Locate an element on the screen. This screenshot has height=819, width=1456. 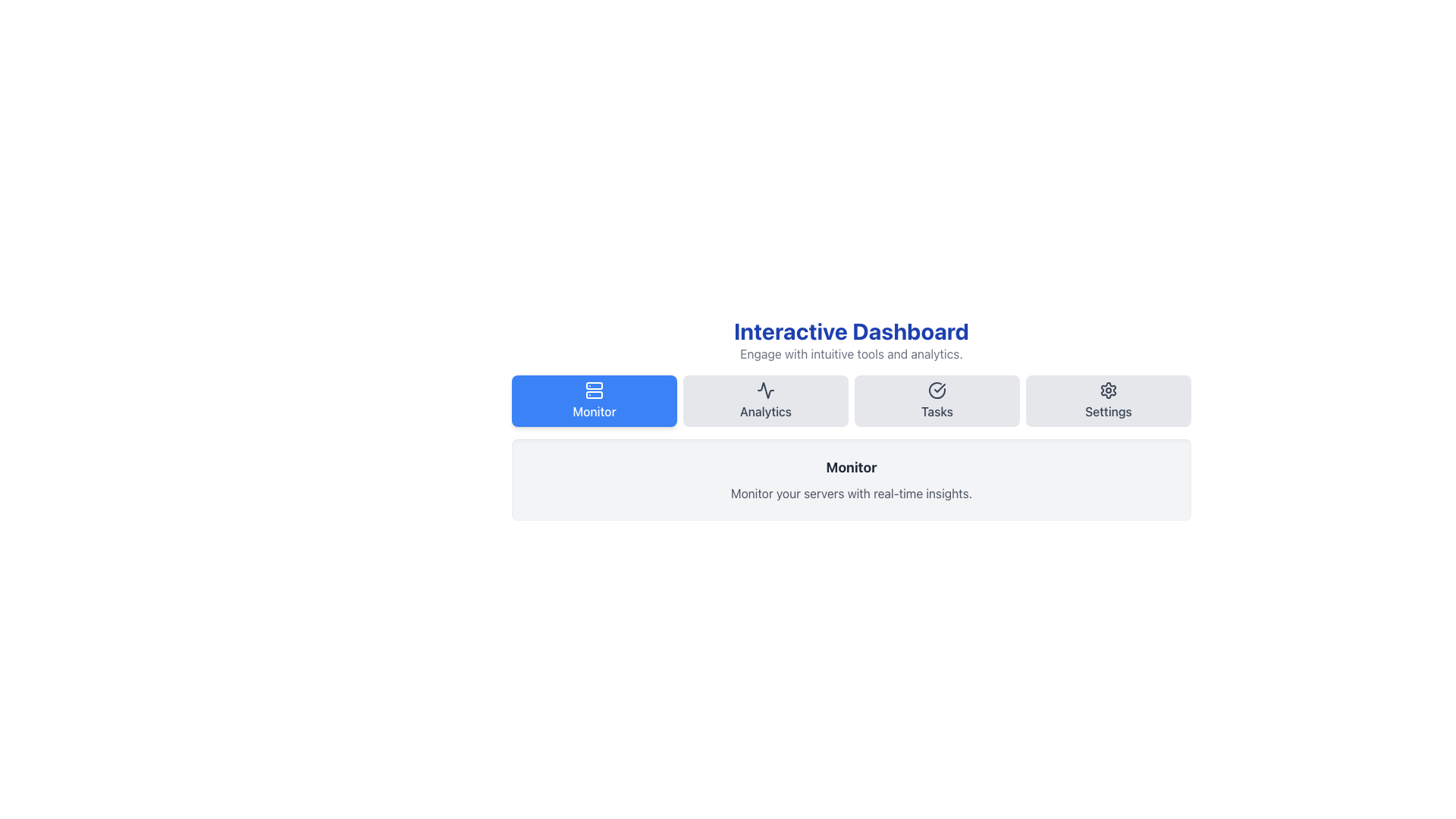
the bold header text 'Monitor' which is centered above the detailed description text is located at coordinates (852, 467).